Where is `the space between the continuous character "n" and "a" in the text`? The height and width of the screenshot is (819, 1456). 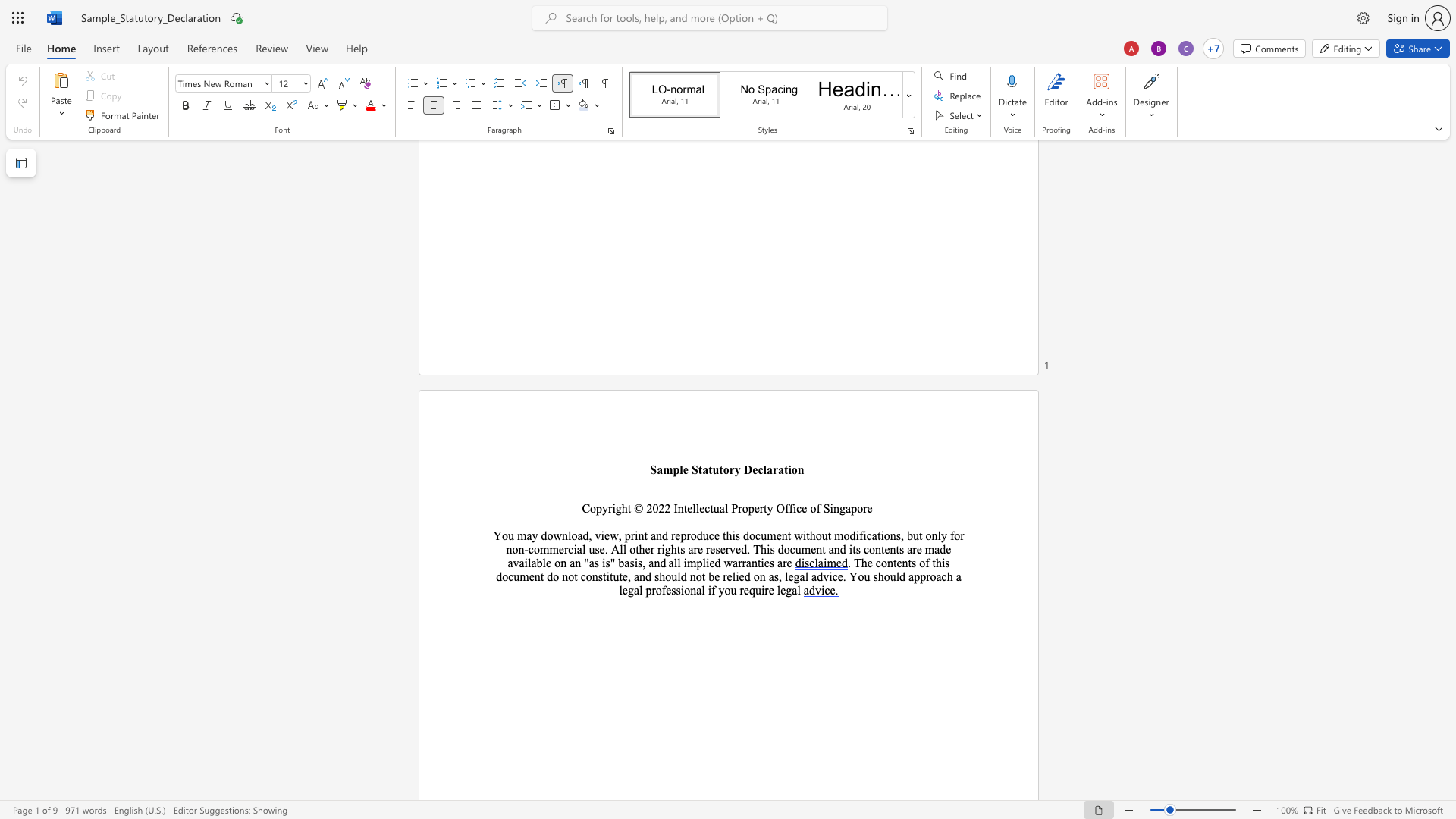 the space between the continuous character "n" and "a" in the text is located at coordinates (695, 589).